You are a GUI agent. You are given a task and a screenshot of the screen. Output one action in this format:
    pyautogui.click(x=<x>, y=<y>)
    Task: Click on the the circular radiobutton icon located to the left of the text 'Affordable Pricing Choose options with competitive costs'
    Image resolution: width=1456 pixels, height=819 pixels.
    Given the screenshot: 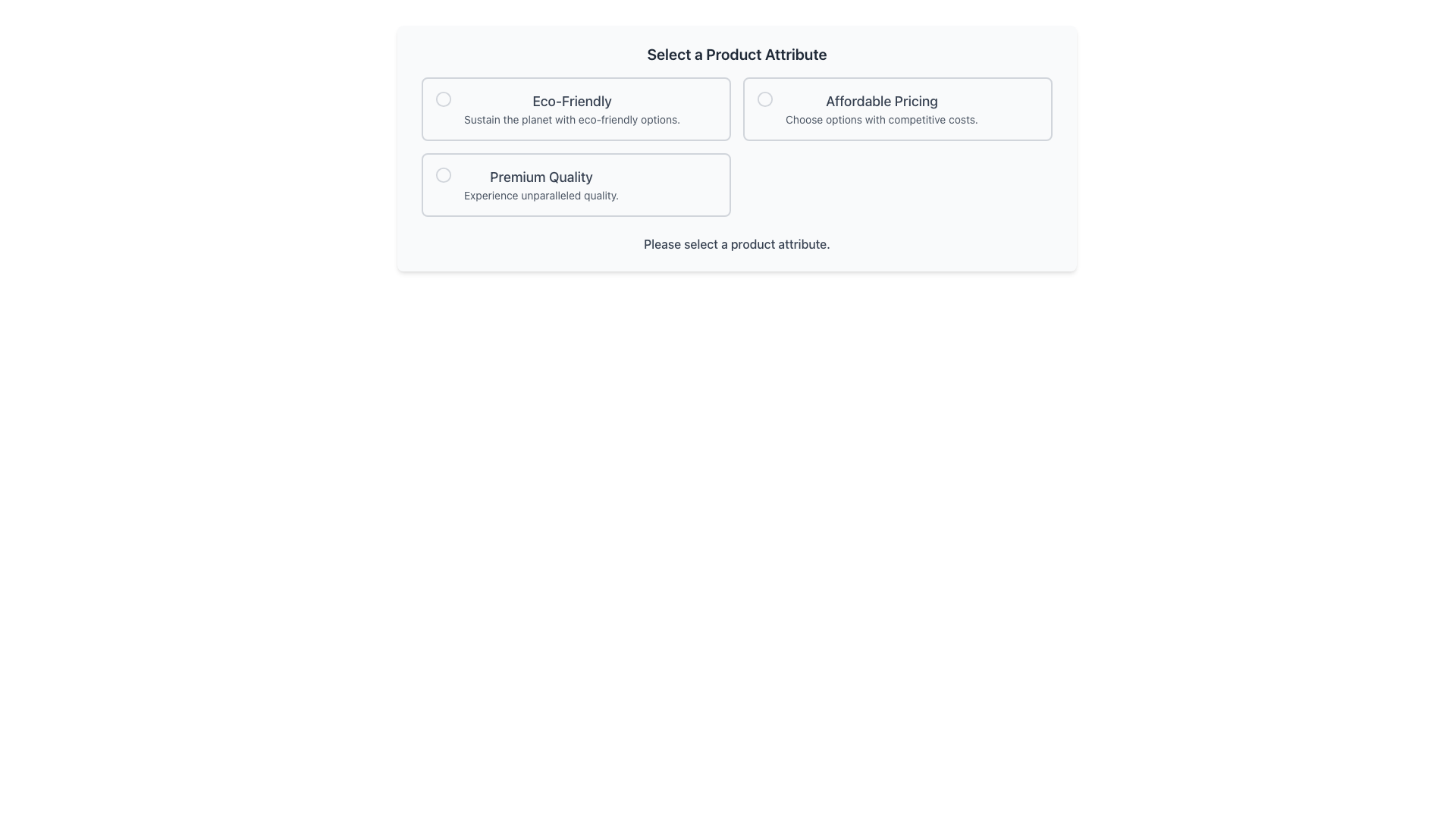 What is the action you would take?
    pyautogui.click(x=764, y=99)
    